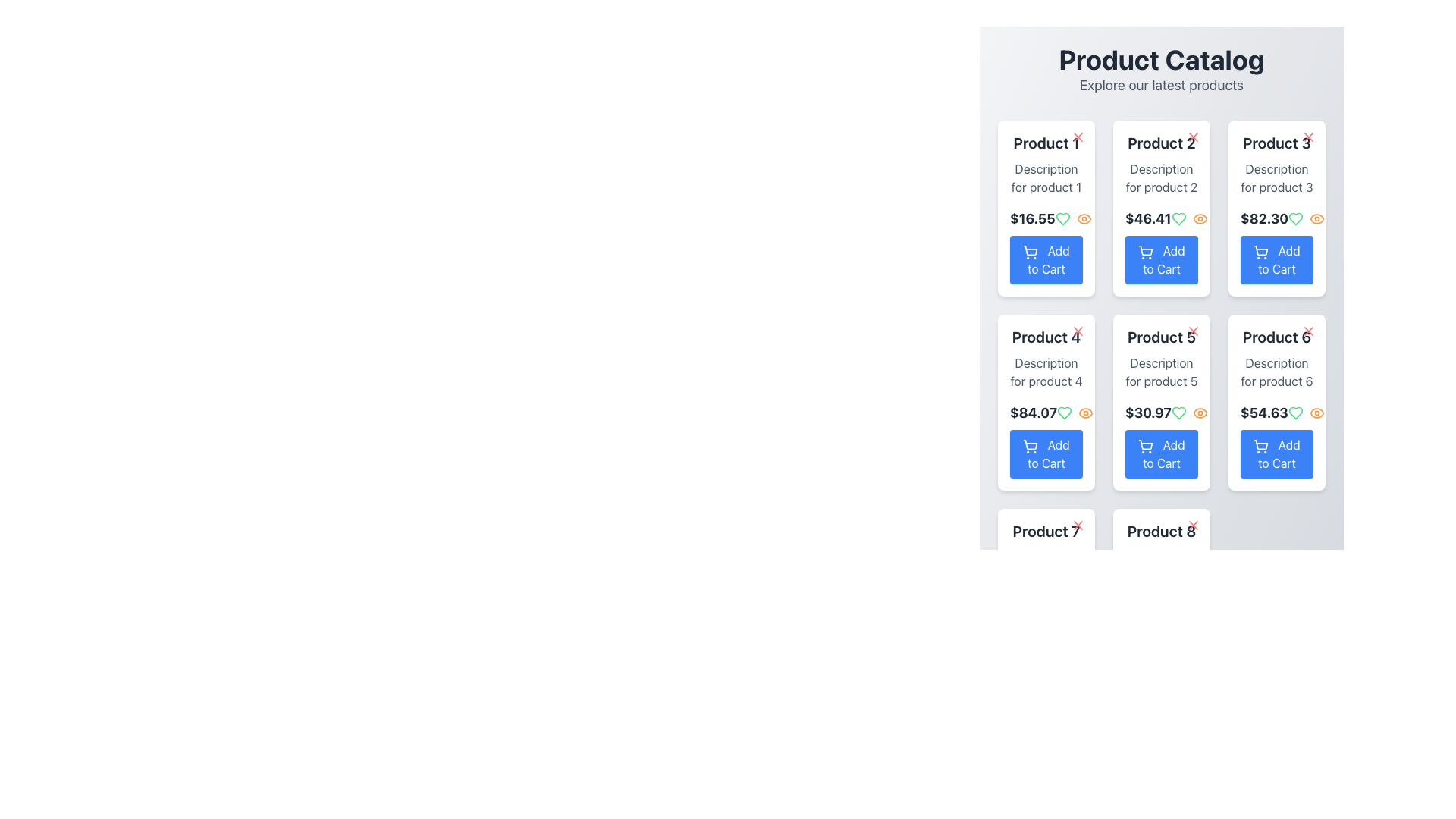 The image size is (1456, 819). Describe the element at coordinates (1064, 413) in the screenshot. I see `the heart icon button located in the card labeled 'Product 4' to mark the product as favorite` at that location.